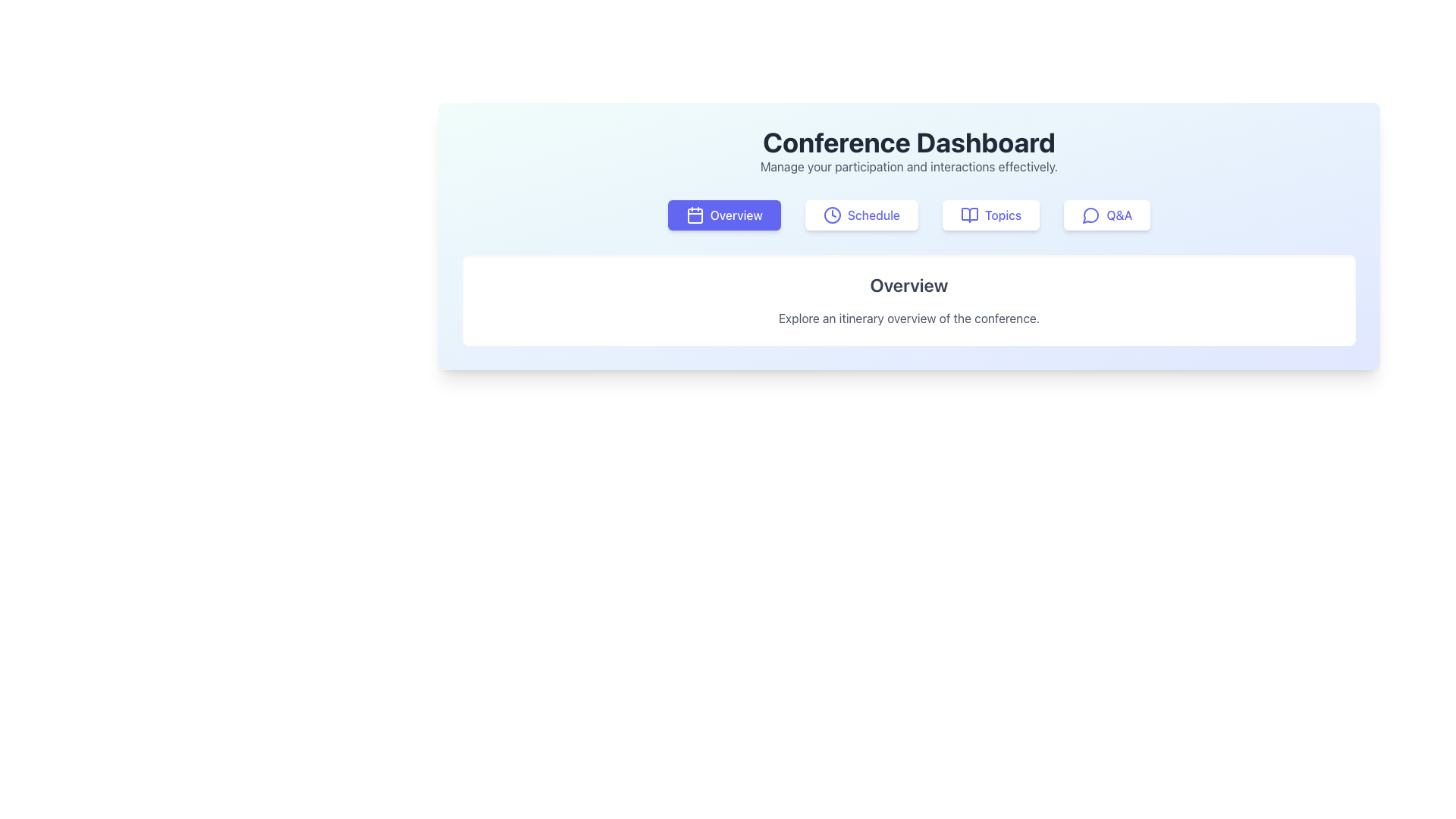 This screenshot has width=1456, height=819. What do you see at coordinates (968, 215) in the screenshot?
I see `the 'Topics' button which contains an SVG icon of an open book, located below the title 'Conference Dashboard'` at bounding box center [968, 215].